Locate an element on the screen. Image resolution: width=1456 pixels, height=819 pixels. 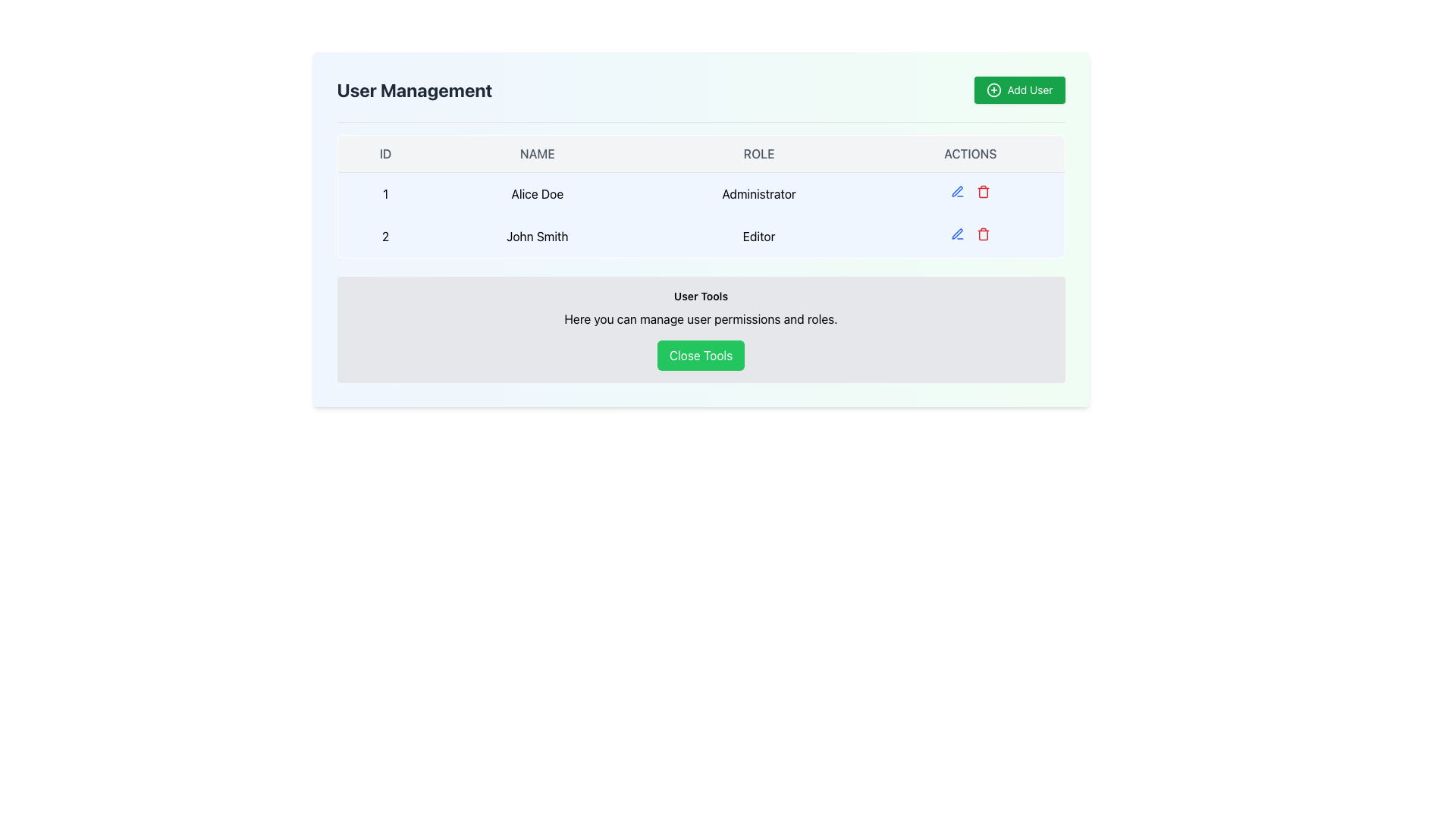
the 'Add User' button with a green background and white text, located in the top-right corner of the 'User Management' section is located at coordinates (1019, 90).